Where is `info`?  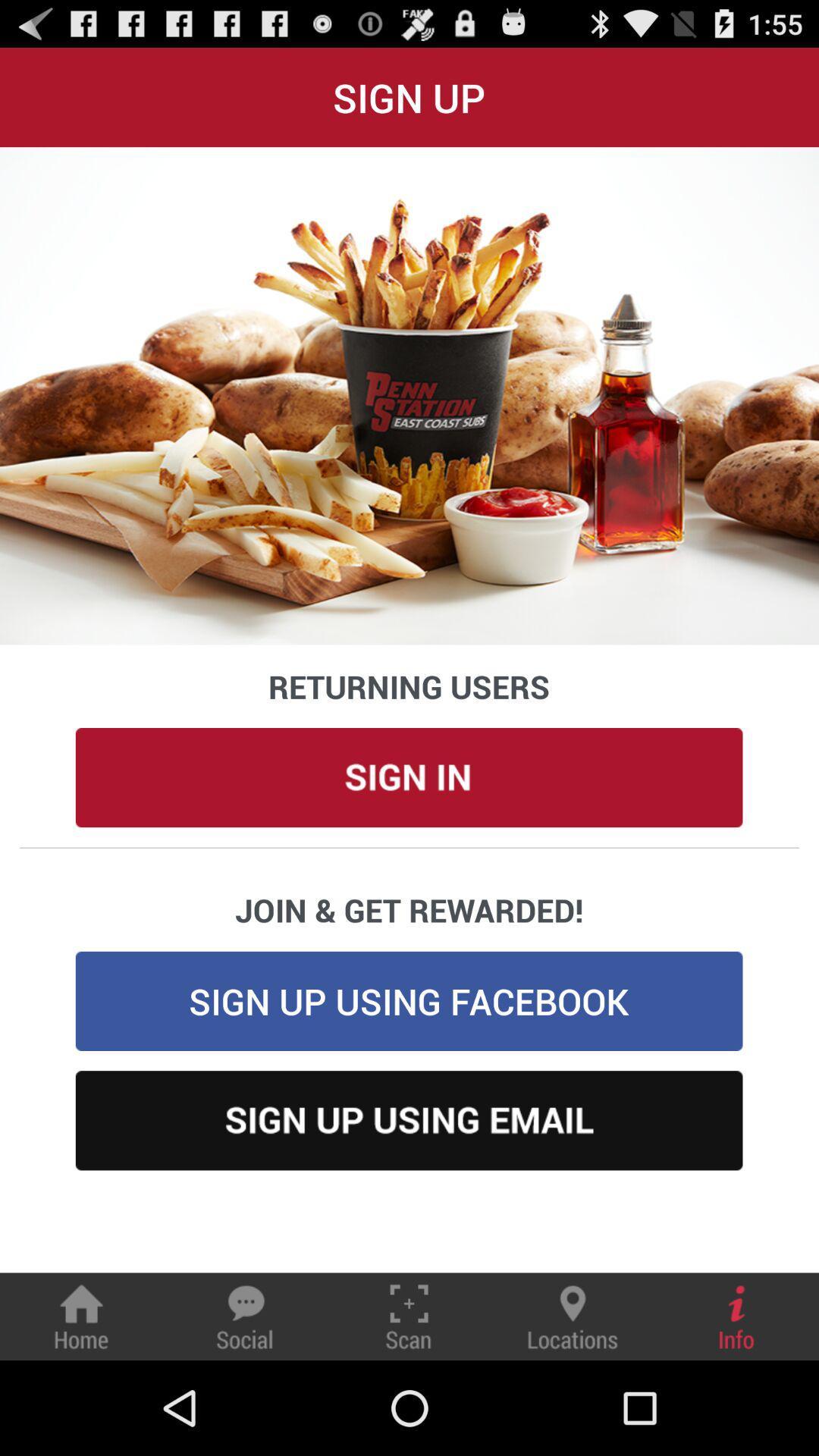 info is located at coordinates (736, 1316).